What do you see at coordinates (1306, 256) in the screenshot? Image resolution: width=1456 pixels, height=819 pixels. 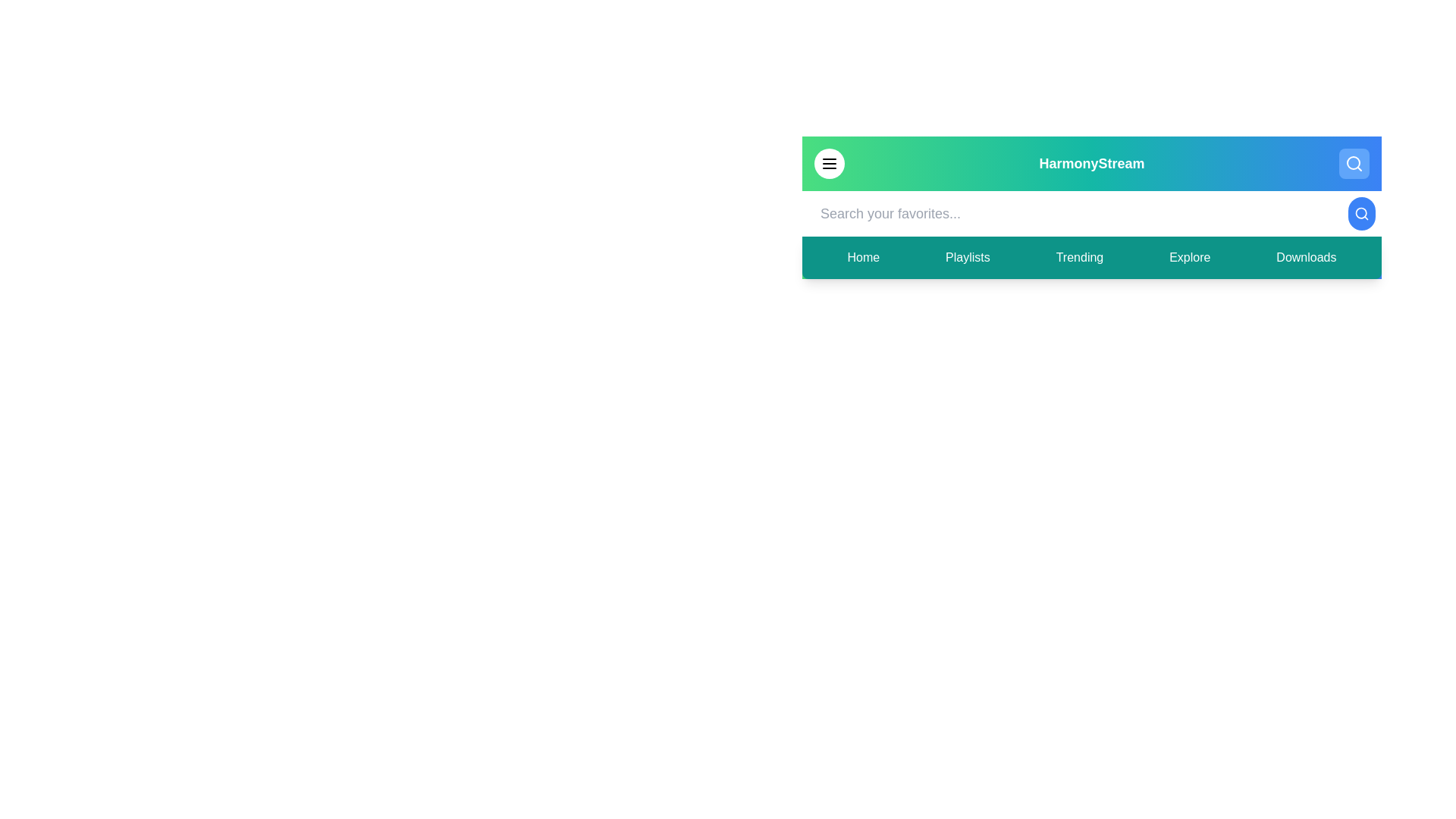 I see `the navigation menu item corresponding to Downloads` at bounding box center [1306, 256].